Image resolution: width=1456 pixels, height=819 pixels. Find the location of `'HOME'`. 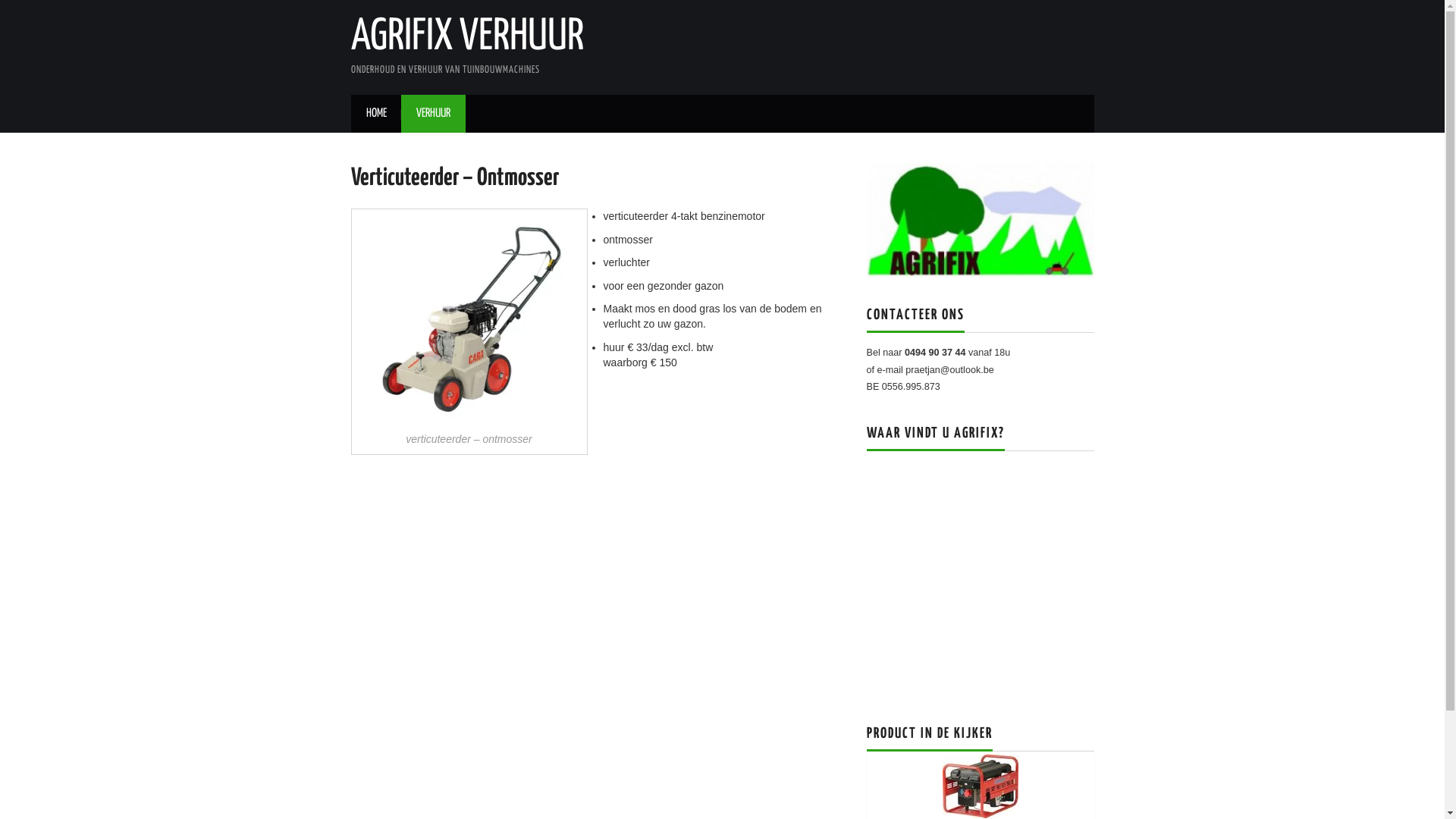

'HOME' is located at coordinates (375, 113).